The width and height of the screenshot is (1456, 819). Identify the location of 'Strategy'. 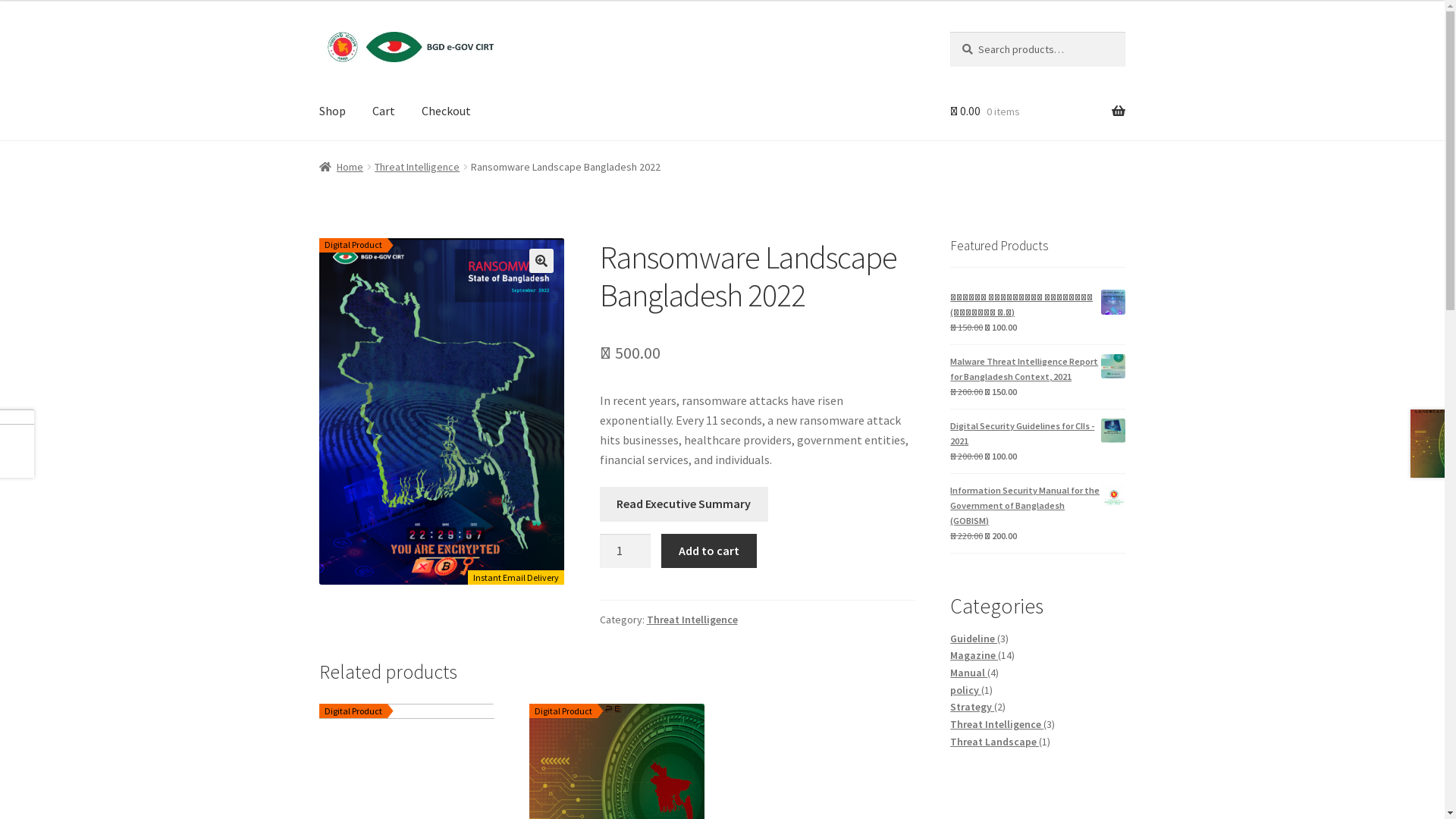
(949, 707).